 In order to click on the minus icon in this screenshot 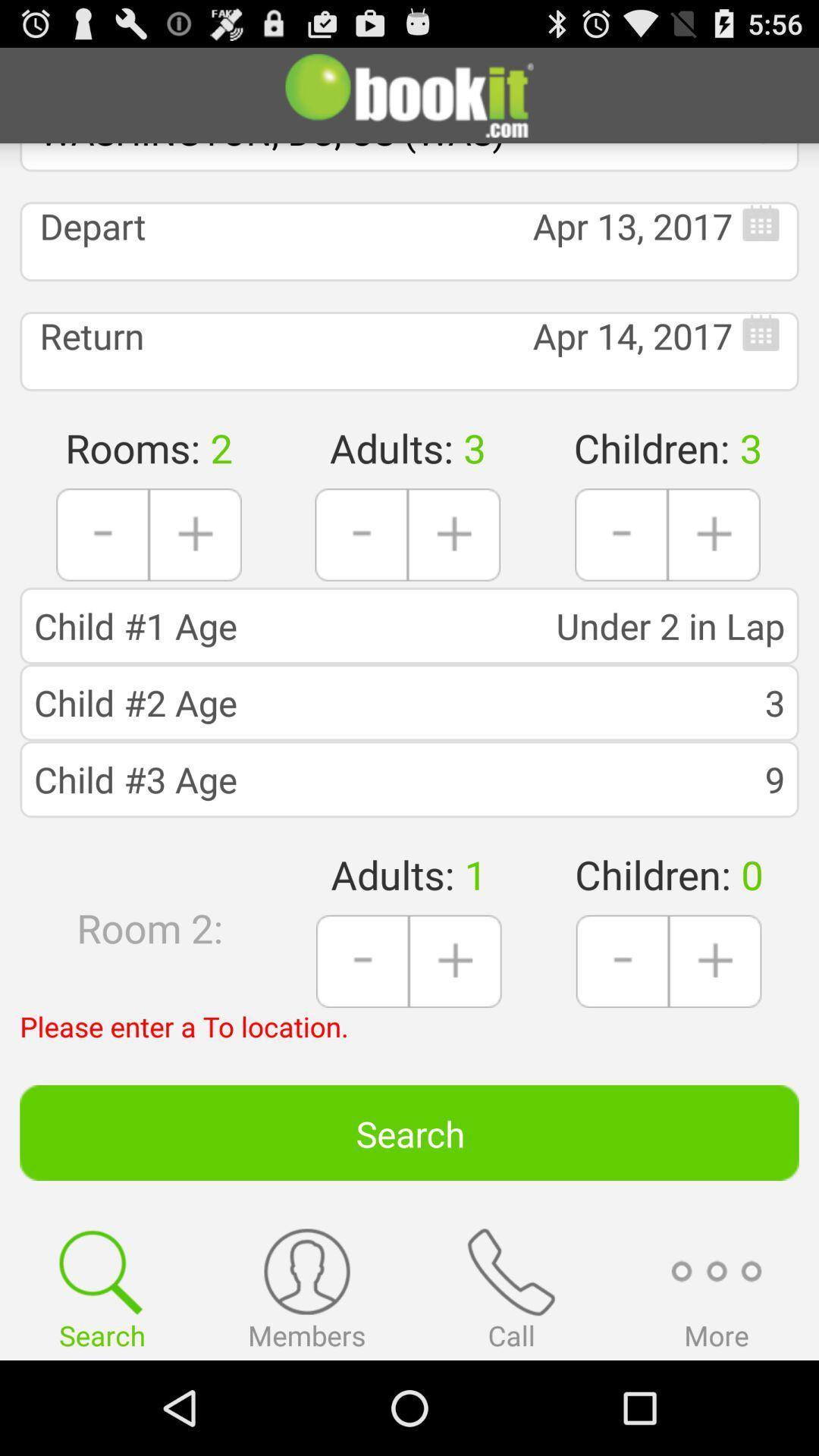, I will do `click(622, 1028)`.